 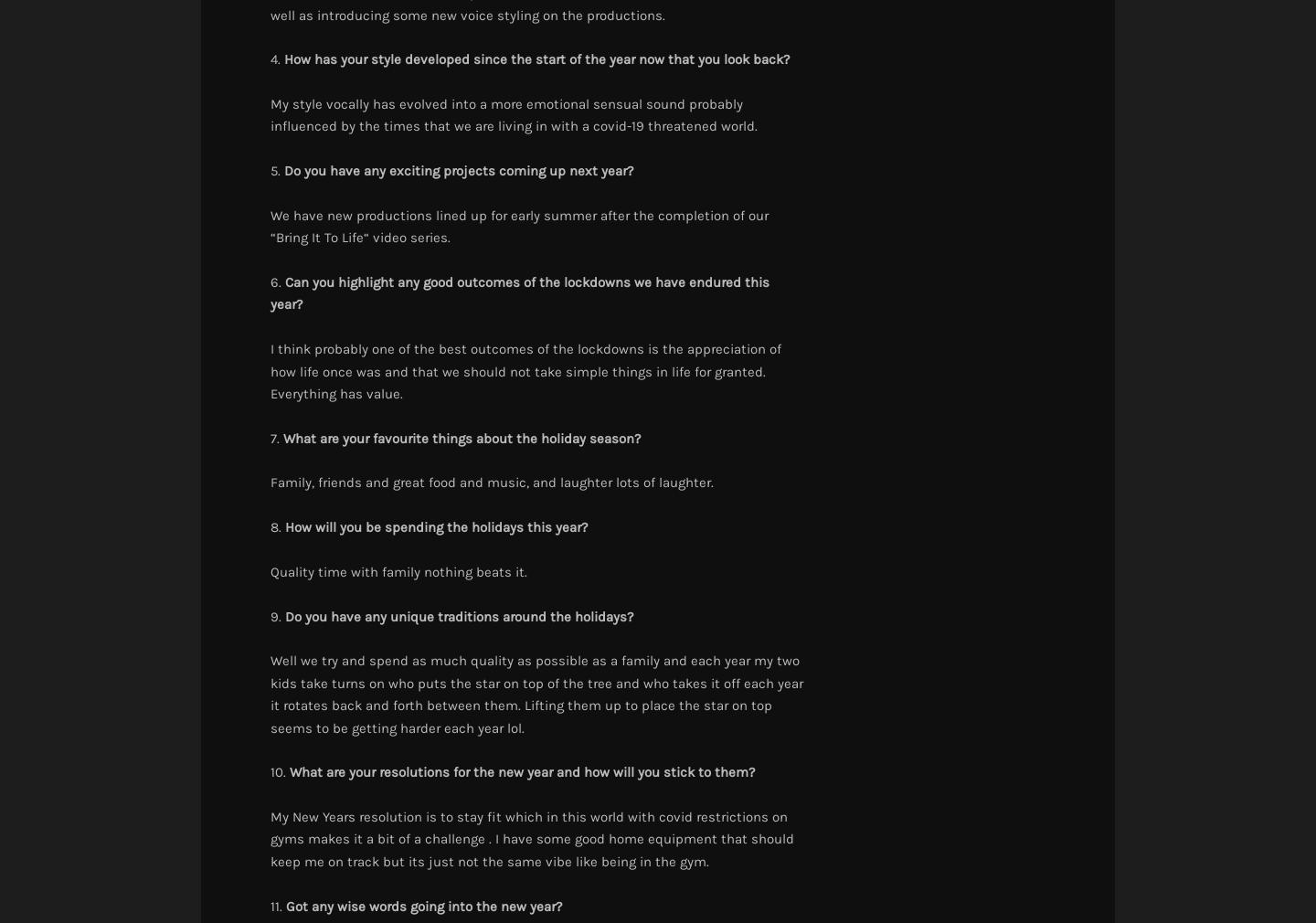 I want to click on '10.', so click(x=270, y=771).